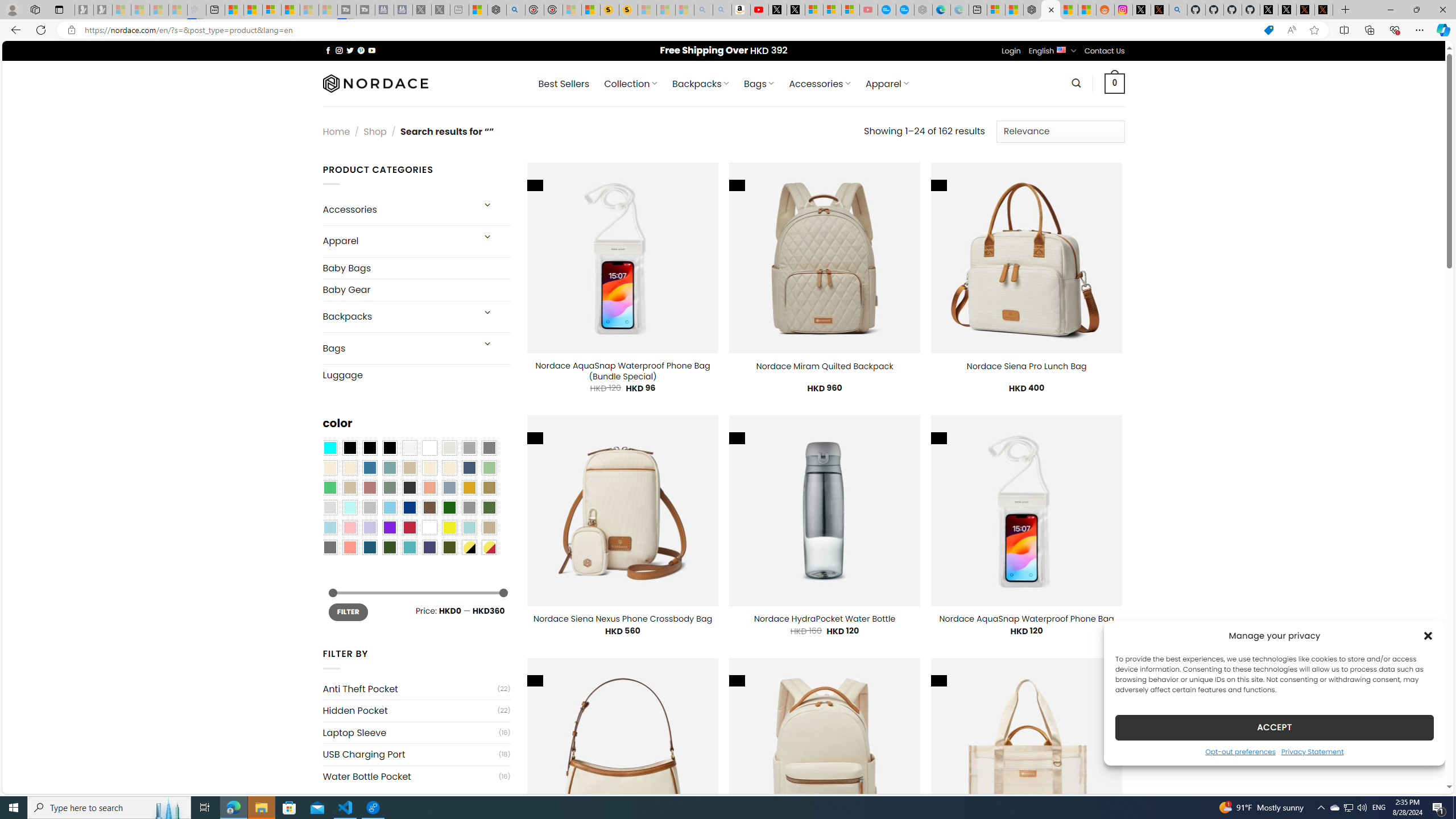 The width and height of the screenshot is (1456, 819). What do you see at coordinates (416, 267) in the screenshot?
I see `'Baby Bags'` at bounding box center [416, 267].